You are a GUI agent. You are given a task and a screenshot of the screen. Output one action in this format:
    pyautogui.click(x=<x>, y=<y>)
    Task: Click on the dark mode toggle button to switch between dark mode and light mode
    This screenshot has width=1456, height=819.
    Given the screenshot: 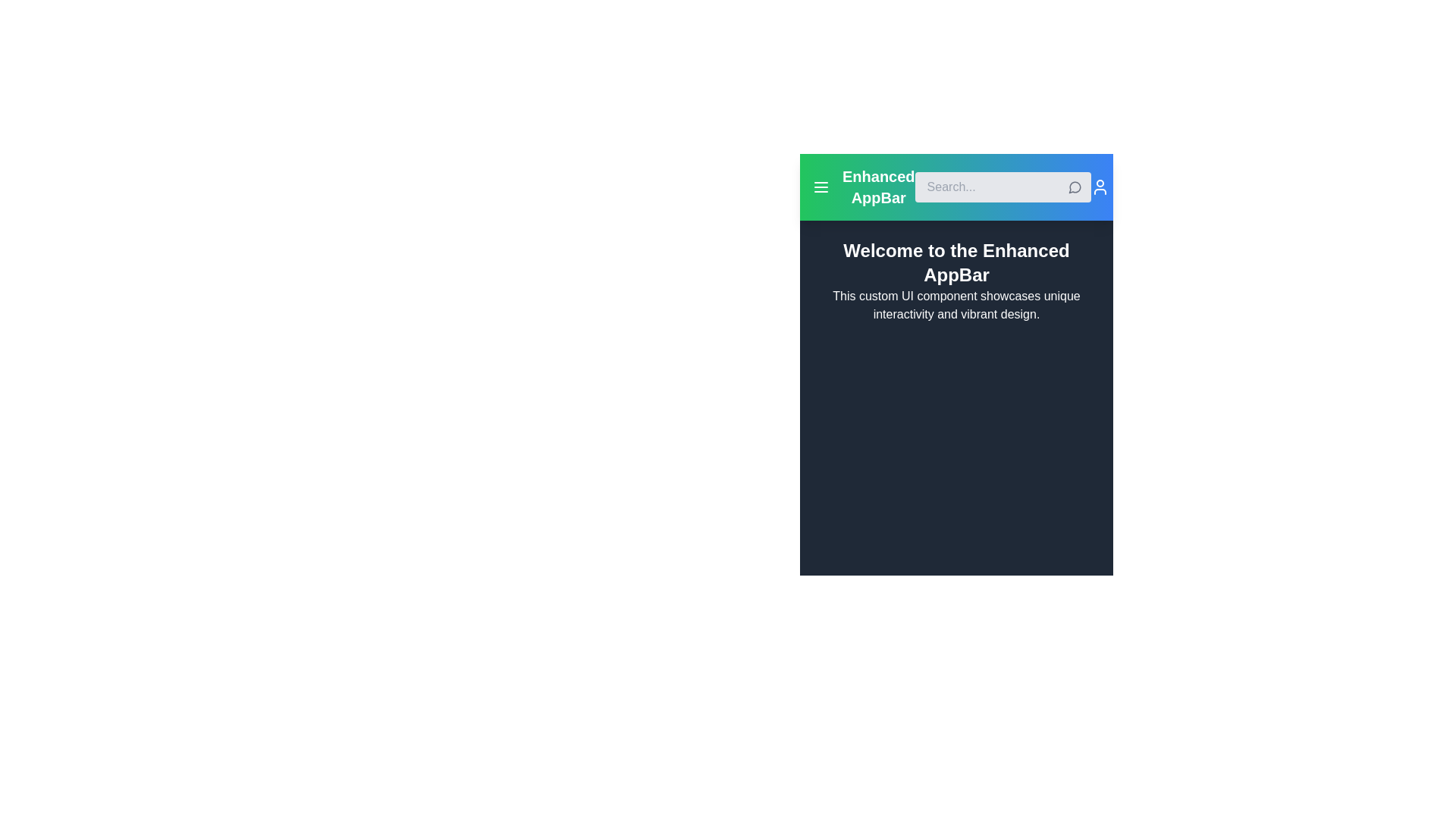 What is the action you would take?
    pyautogui.click(x=1121, y=186)
    